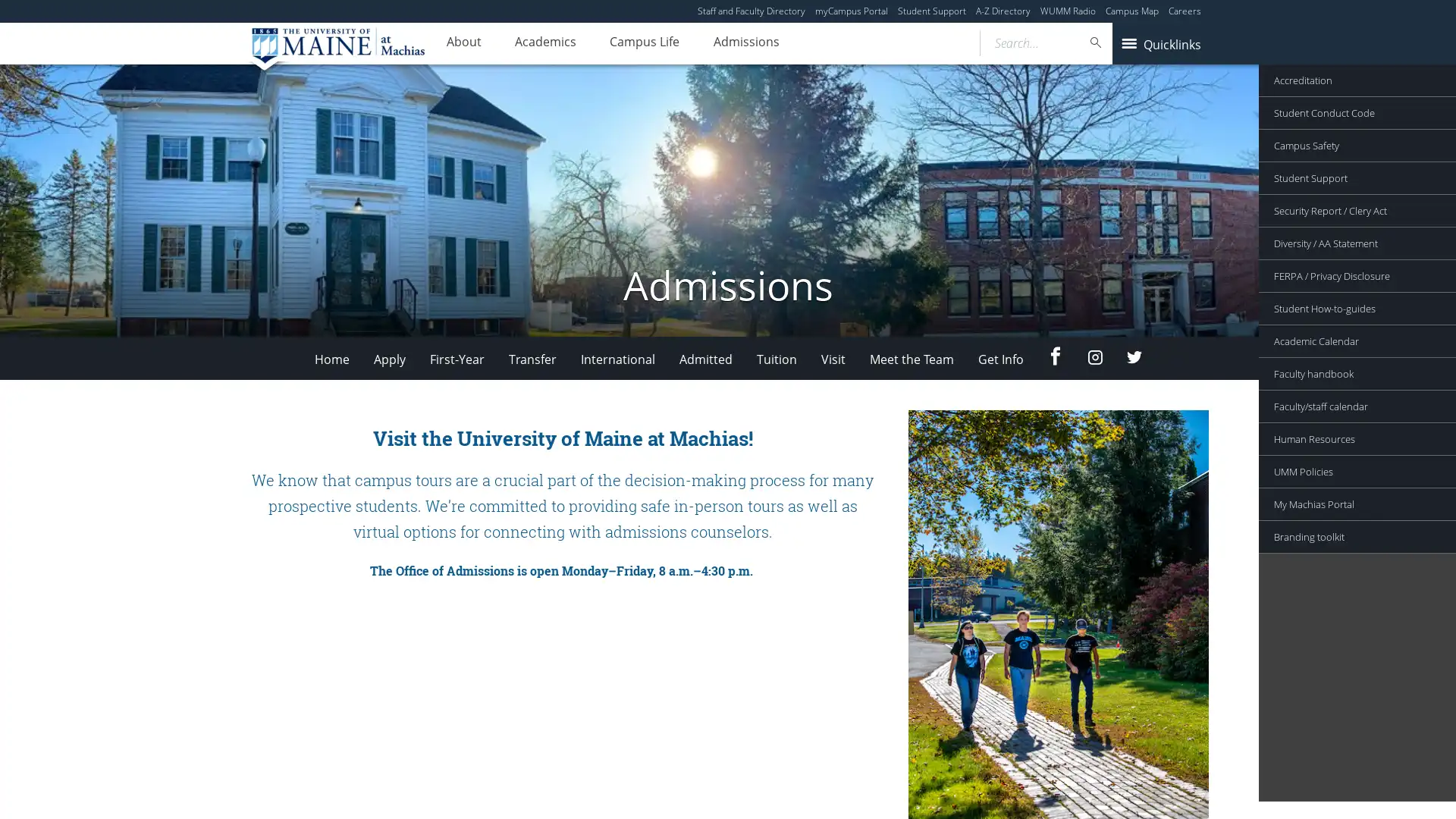  Describe the element at coordinates (1159, 42) in the screenshot. I see `Quicklinks` at that location.